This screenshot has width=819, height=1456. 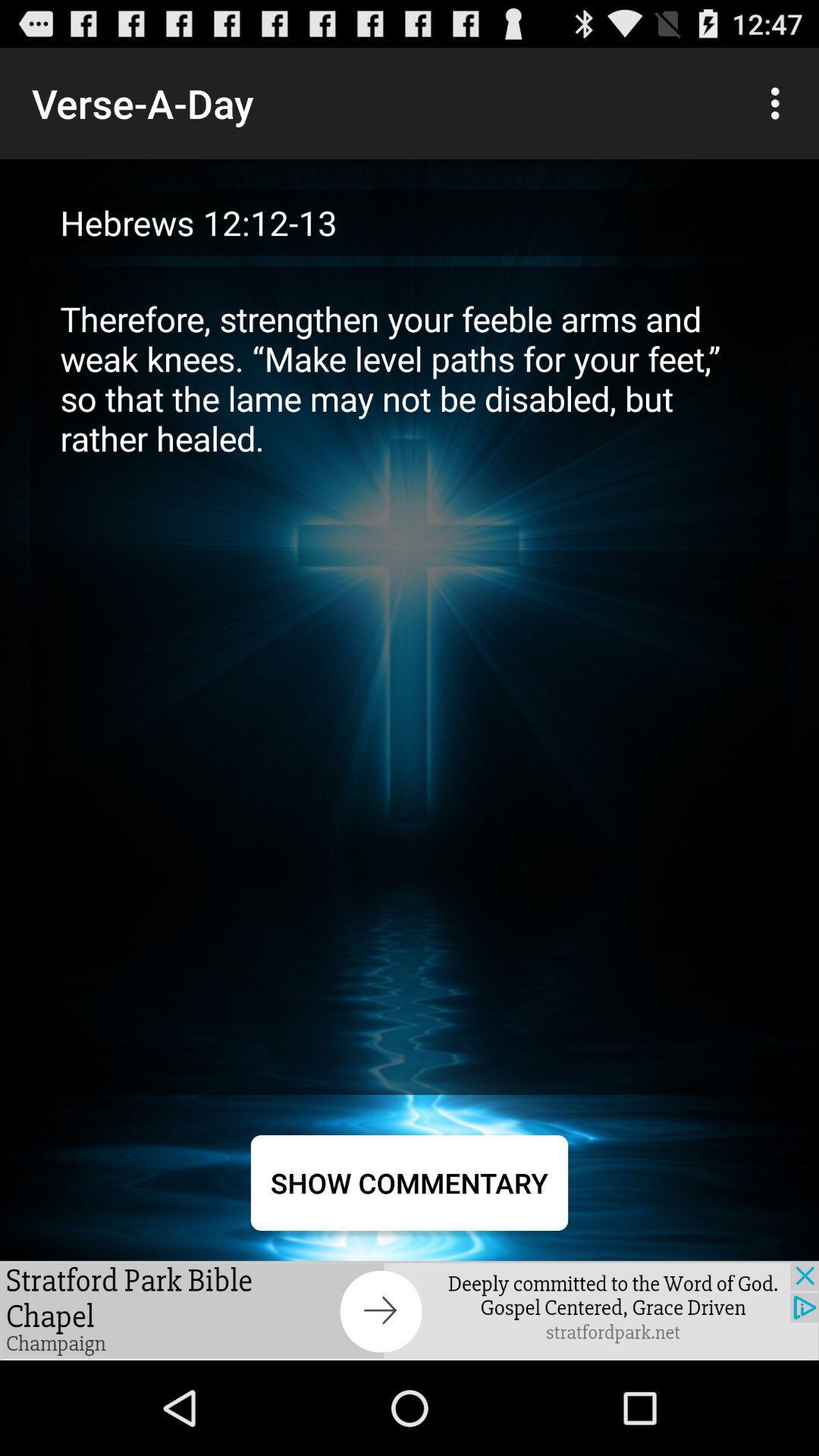 What do you see at coordinates (409, 1310) in the screenshot?
I see `the item below show commentary item` at bounding box center [409, 1310].